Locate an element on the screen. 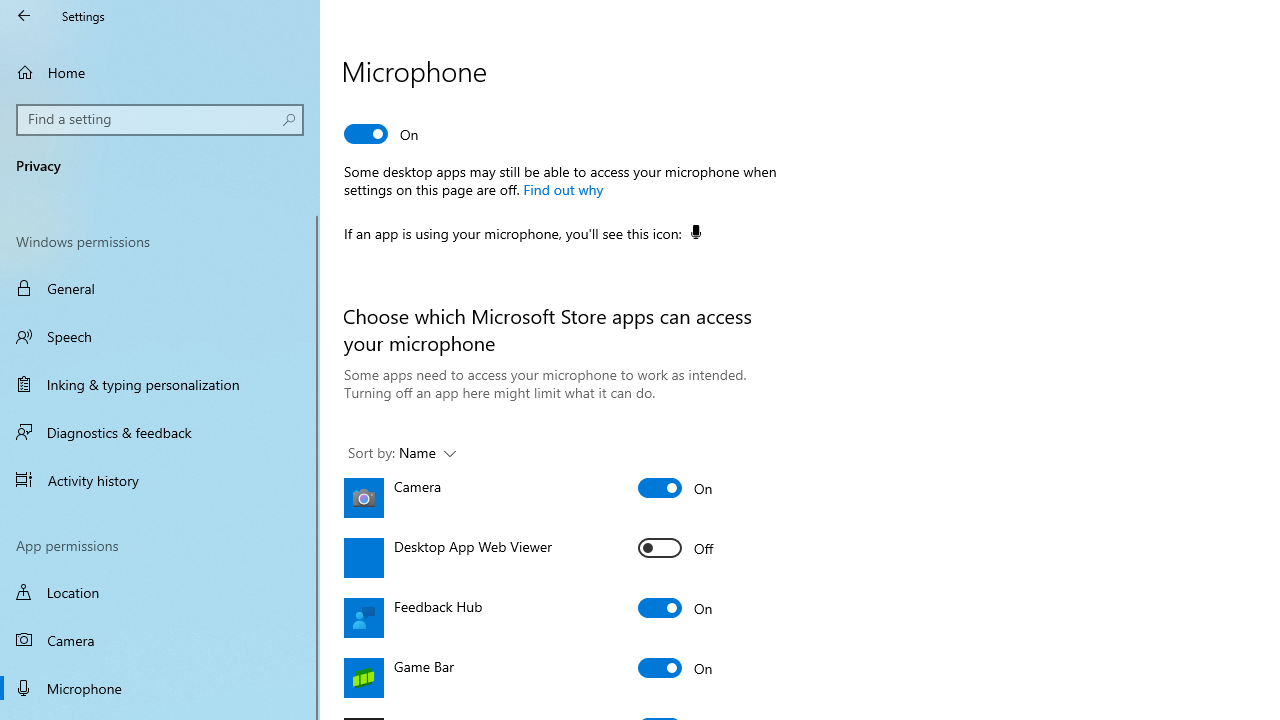 The image size is (1280, 720). 'Sort by: Name' is located at coordinates (400, 453).